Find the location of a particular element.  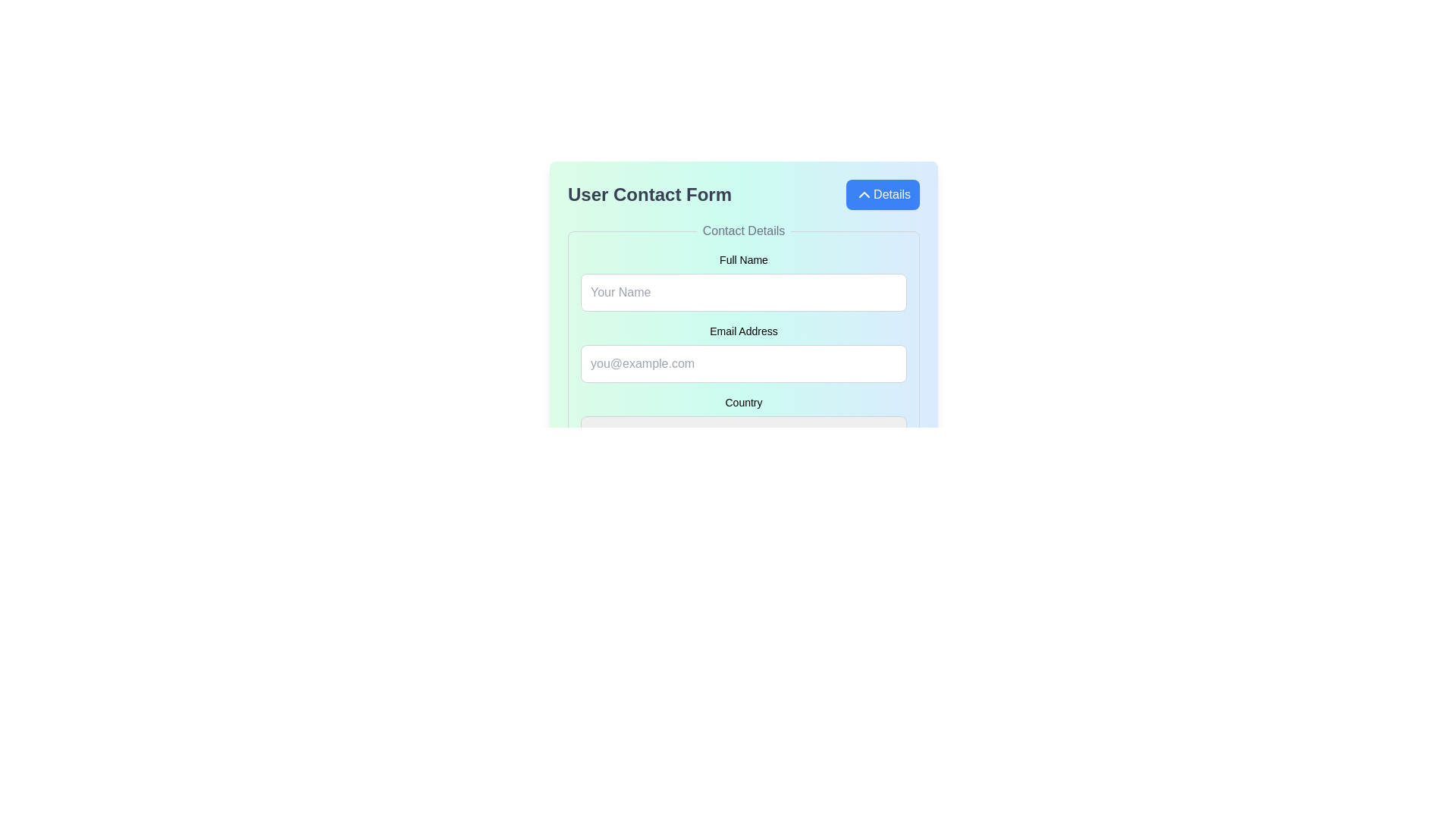

the Text Label for the 'Full Name' section of the contact form, which provides information about the expected data entry for the associated input field is located at coordinates (743, 259).